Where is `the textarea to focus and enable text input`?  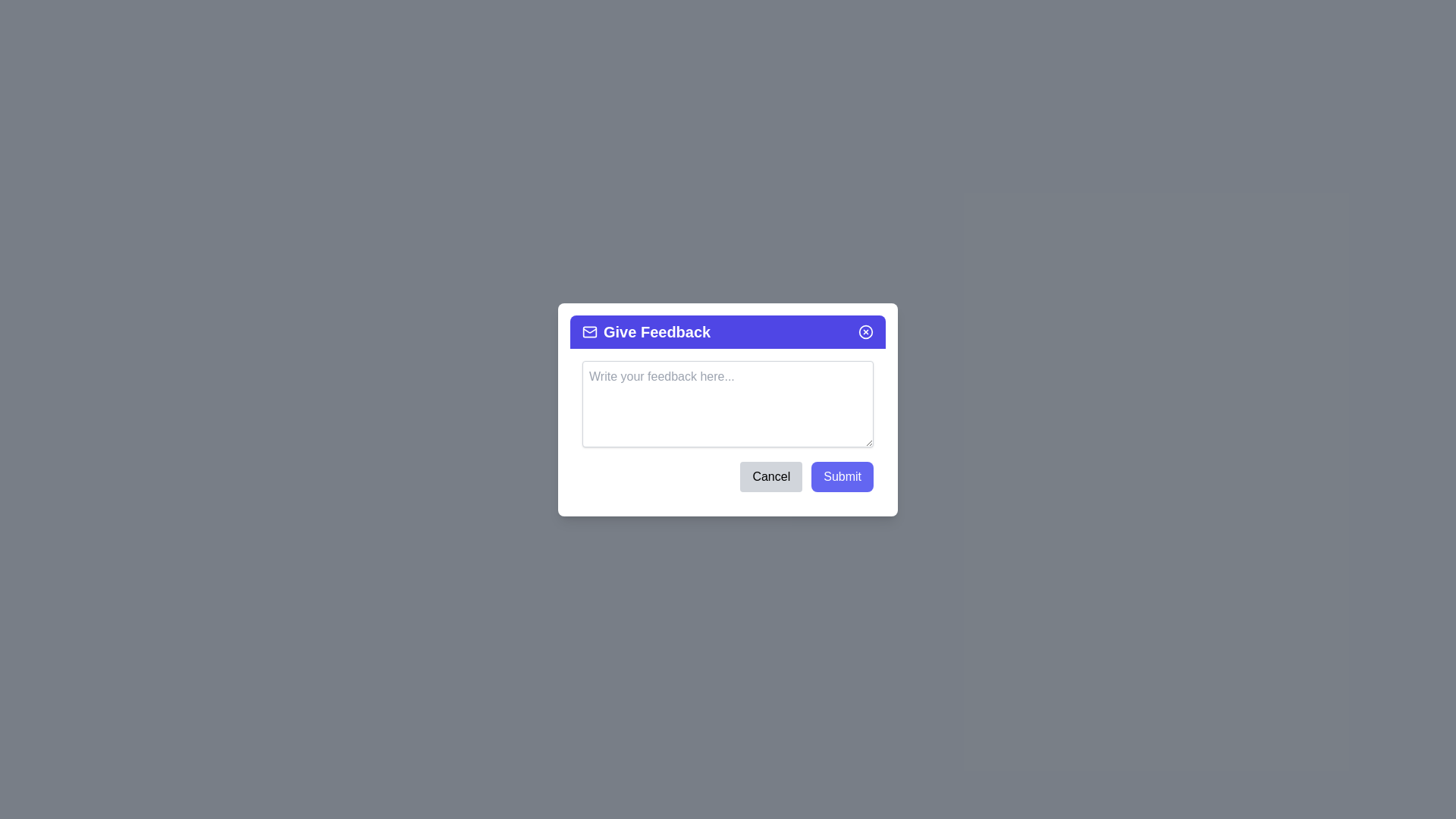 the textarea to focus and enable text input is located at coordinates (728, 403).